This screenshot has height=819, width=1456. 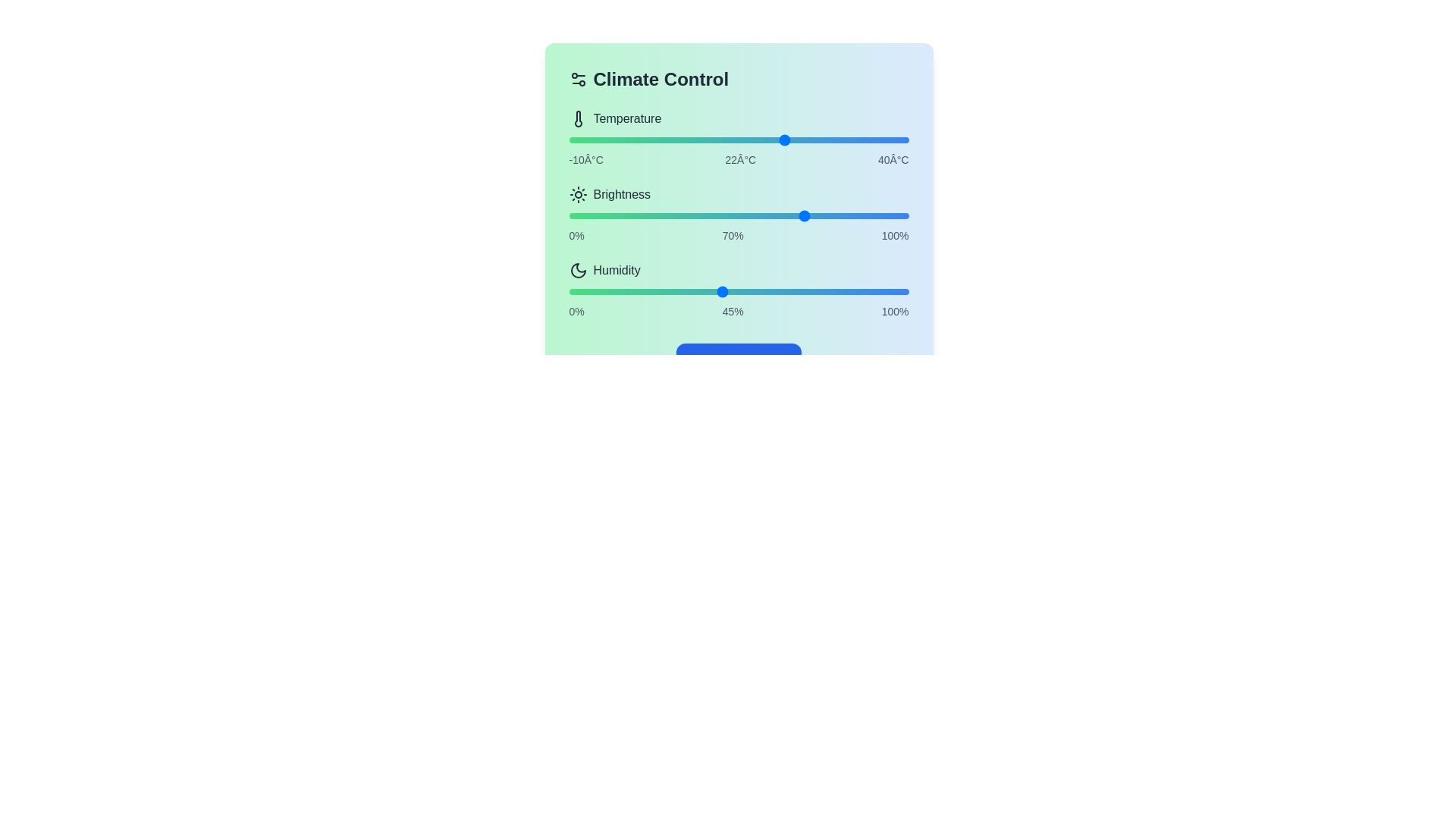 I want to click on the static text label displaying '40Â°C', which is styled in gray and is the last element in a horizontal group of temperature values under the 'Temperature' slider, so click(x=893, y=160).